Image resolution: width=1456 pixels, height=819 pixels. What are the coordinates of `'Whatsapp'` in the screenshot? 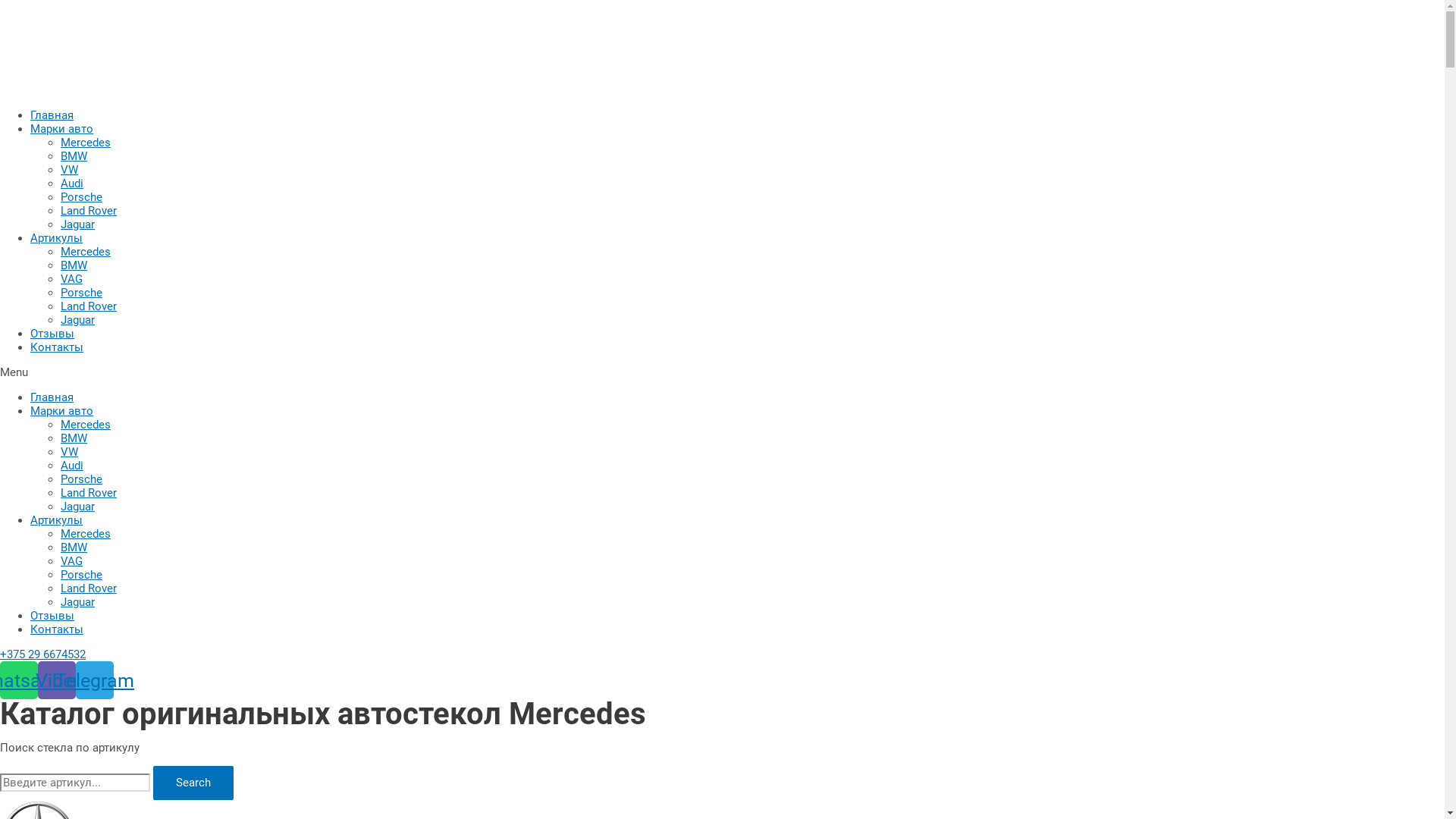 It's located at (18, 679).